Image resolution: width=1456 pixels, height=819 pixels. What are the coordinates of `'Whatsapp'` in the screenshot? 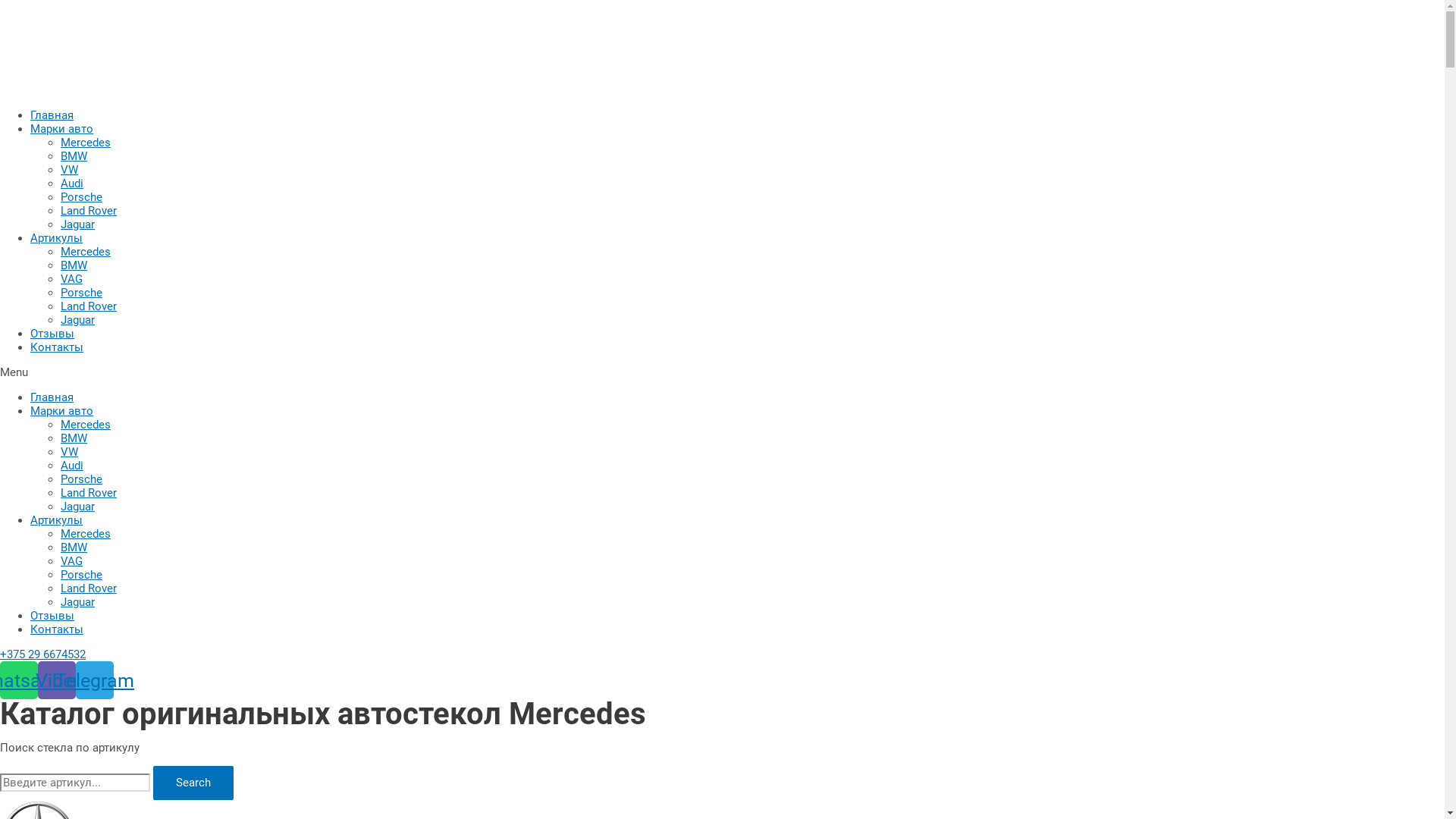 It's located at (18, 679).